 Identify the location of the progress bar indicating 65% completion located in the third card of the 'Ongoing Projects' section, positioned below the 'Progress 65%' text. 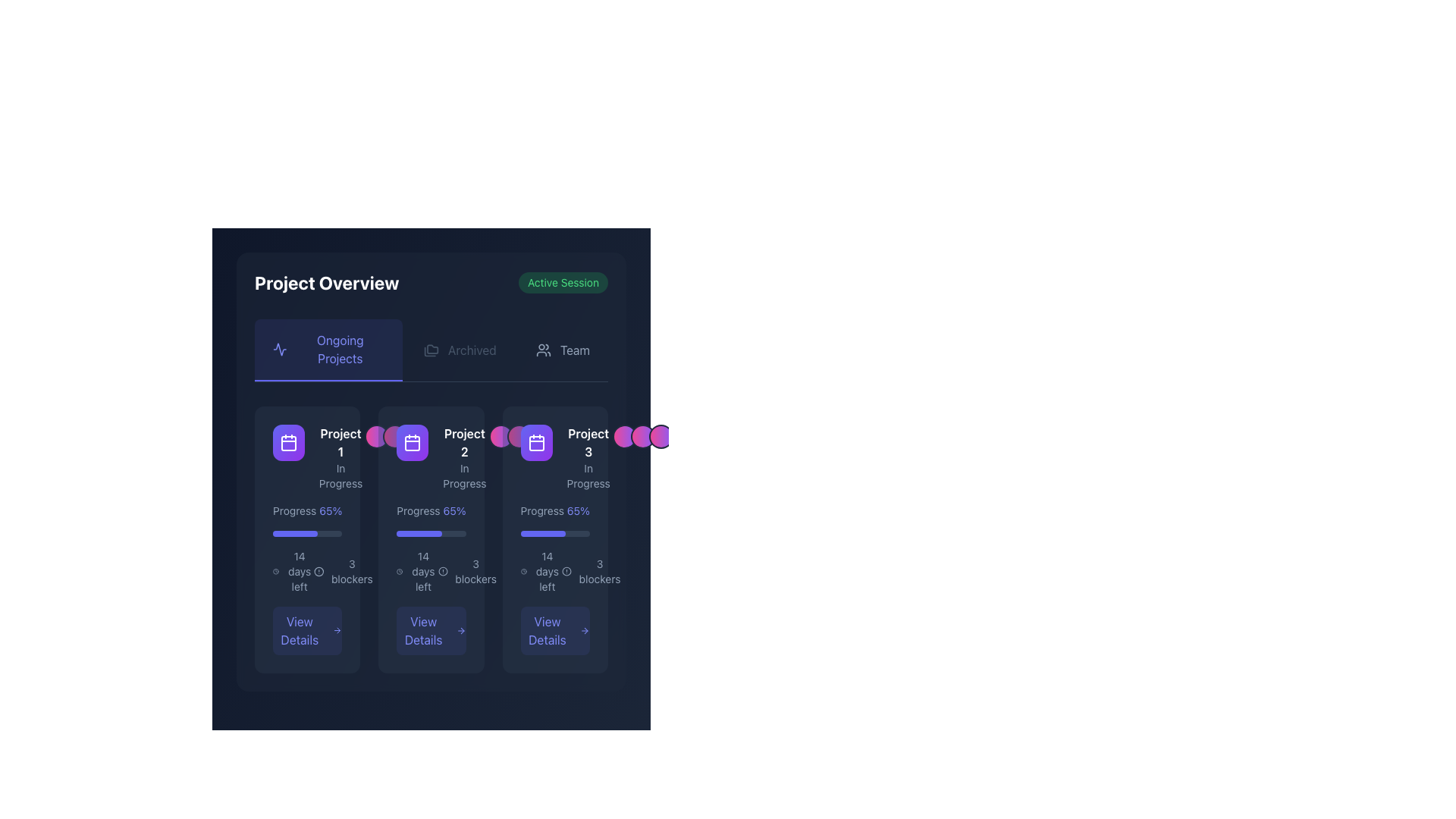
(554, 533).